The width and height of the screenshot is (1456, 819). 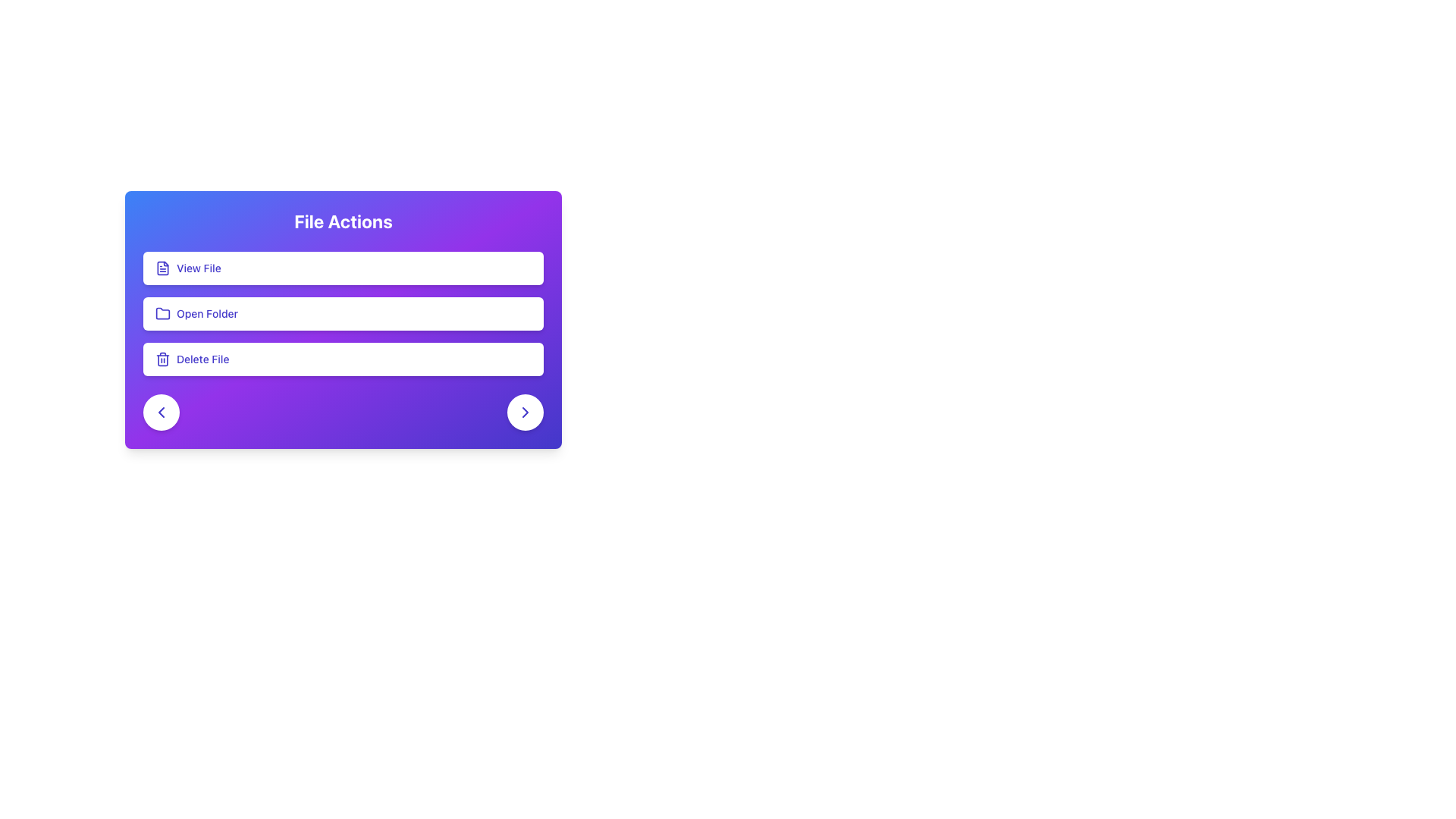 I want to click on the 'Delete File' text label which is part of the button in the 'File Actions' section, styled in bold purple against a white background, so click(x=202, y=359).